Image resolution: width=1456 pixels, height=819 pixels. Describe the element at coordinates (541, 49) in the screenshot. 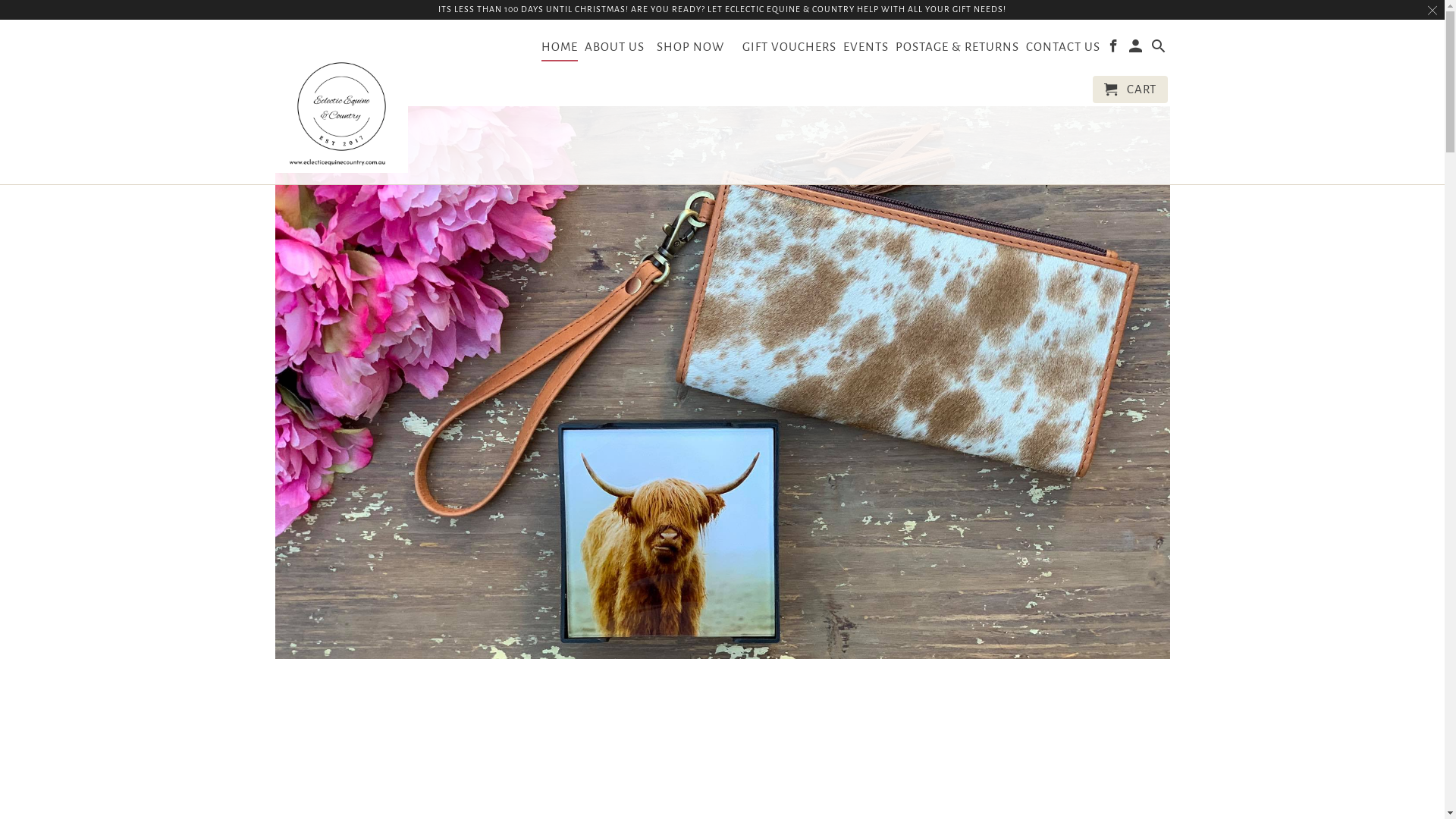

I see `'HOME'` at that location.